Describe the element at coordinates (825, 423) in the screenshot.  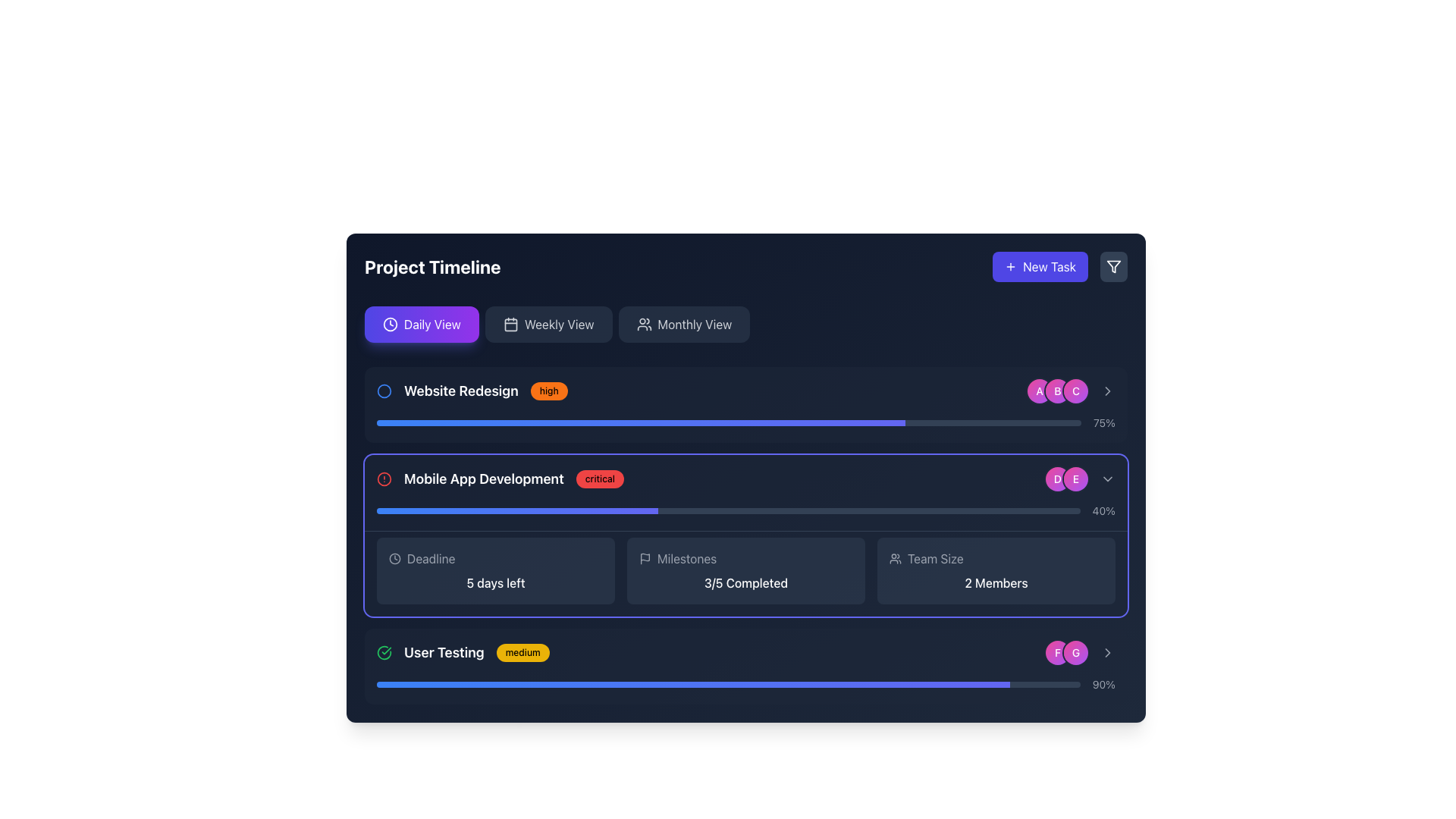
I see `progress` at that location.